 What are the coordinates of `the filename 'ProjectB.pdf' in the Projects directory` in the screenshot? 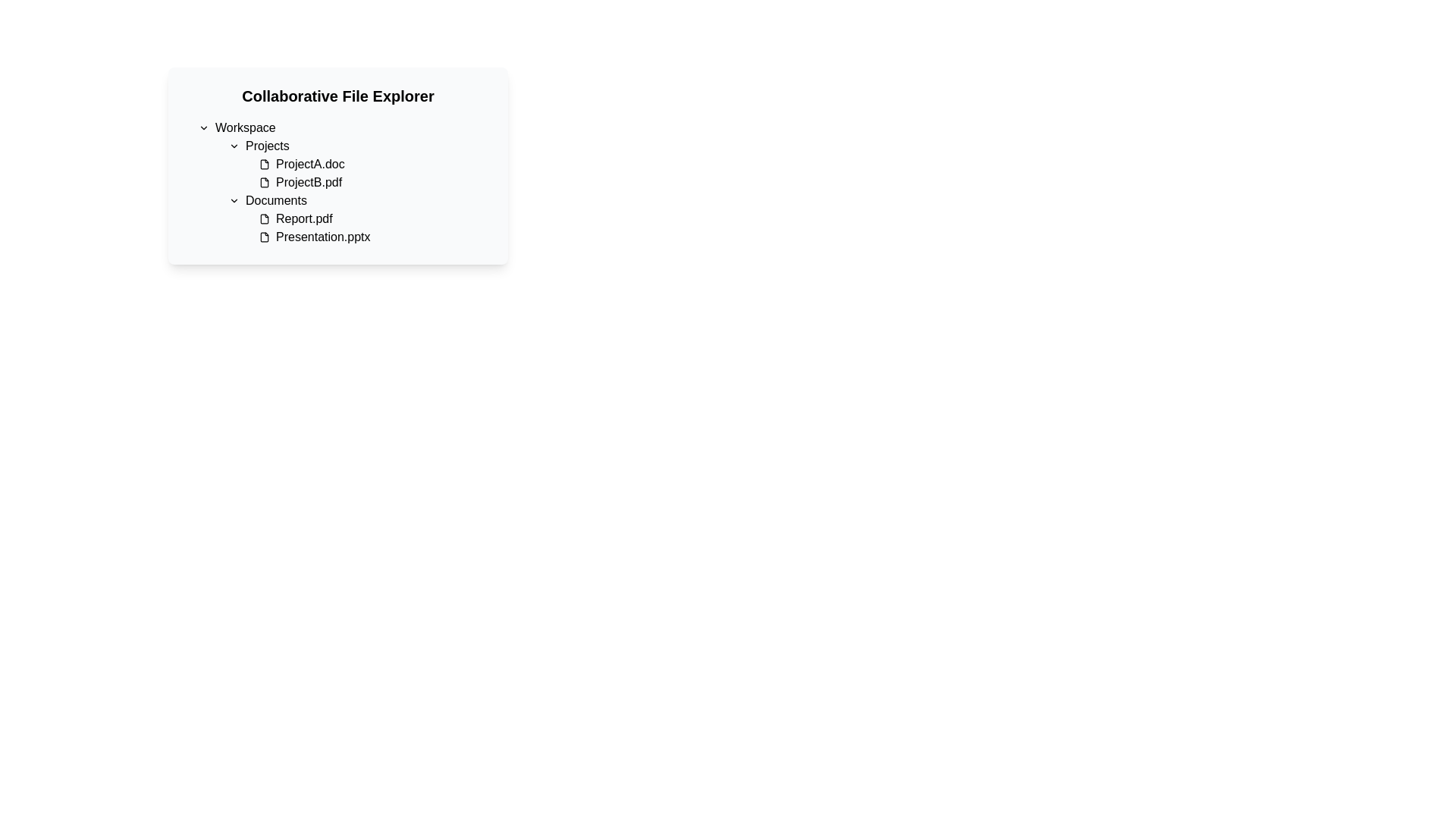 It's located at (308, 181).